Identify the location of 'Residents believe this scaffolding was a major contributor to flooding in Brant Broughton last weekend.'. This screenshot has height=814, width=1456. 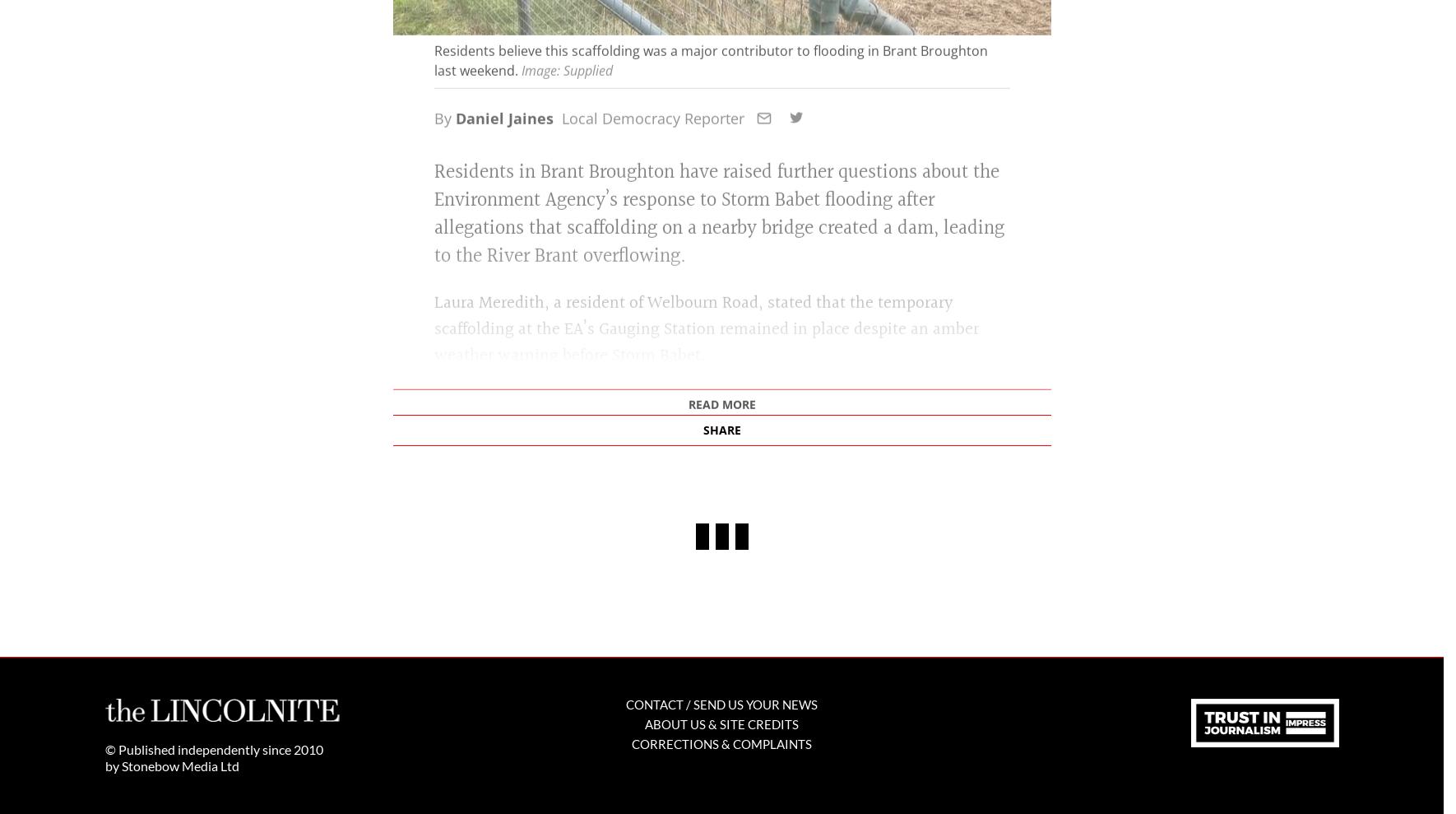
(710, 311).